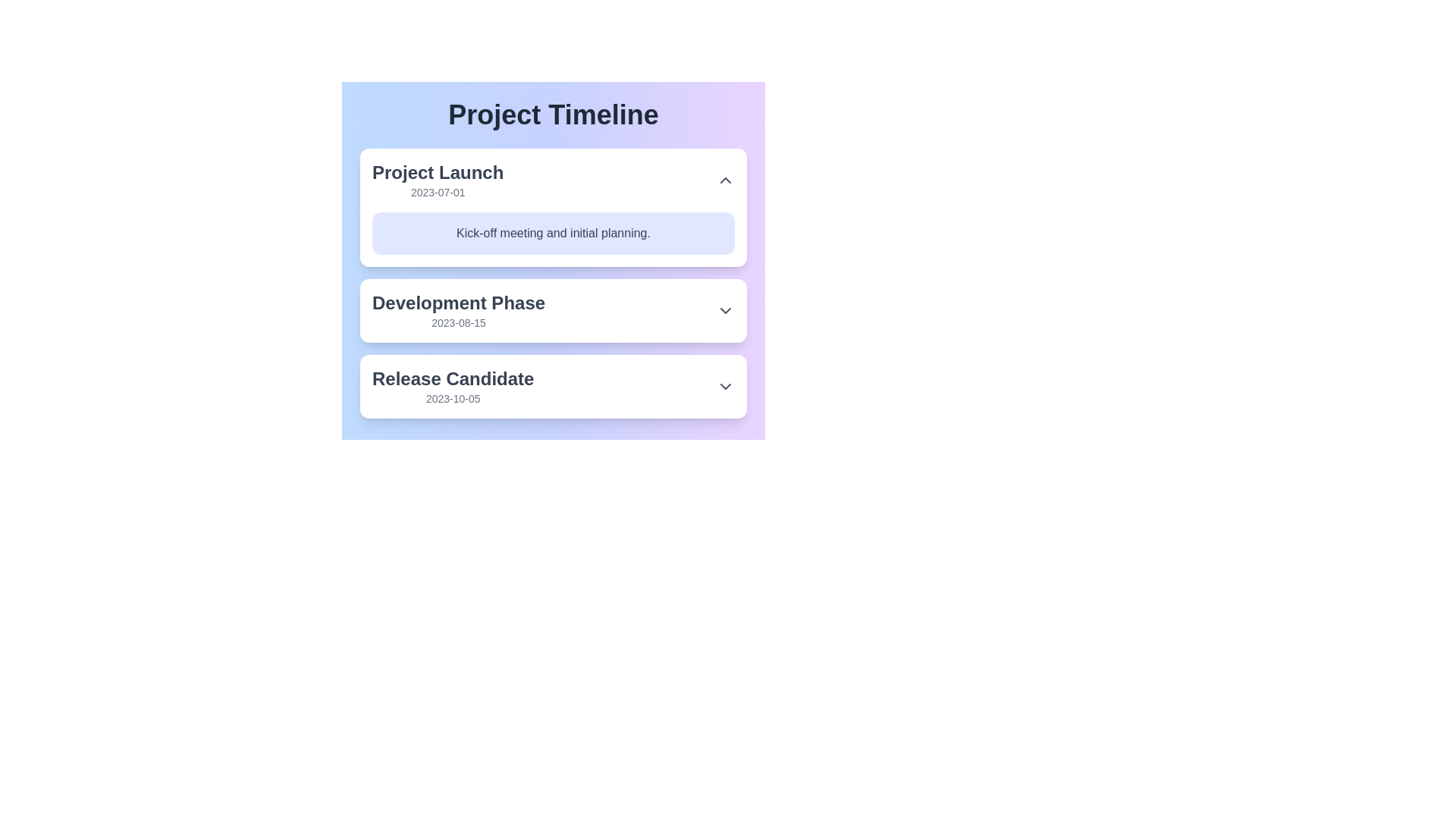 Image resolution: width=1456 pixels, height=819 pixels. Describe the element at coordinates (552, 234) in the screenshot. I see `the text label displaying 'Kick-off meeting and initial planning.' in the Project Launch section of the timeline interface` at that location.